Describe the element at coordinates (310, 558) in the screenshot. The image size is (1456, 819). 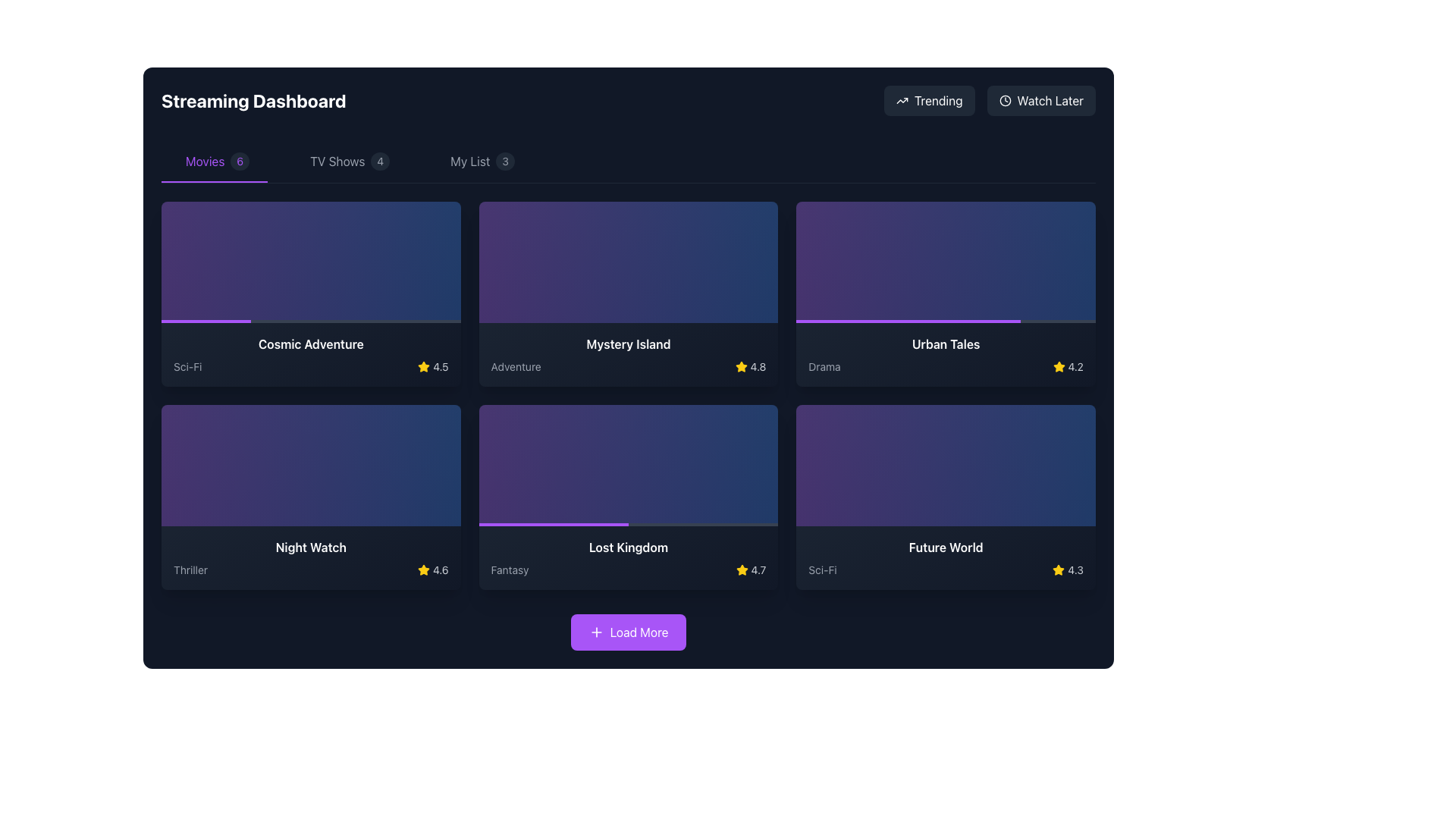
I see `the Movie information card for 'Night Watch' located at the center of the second row in the movie browsing grid` at that location.